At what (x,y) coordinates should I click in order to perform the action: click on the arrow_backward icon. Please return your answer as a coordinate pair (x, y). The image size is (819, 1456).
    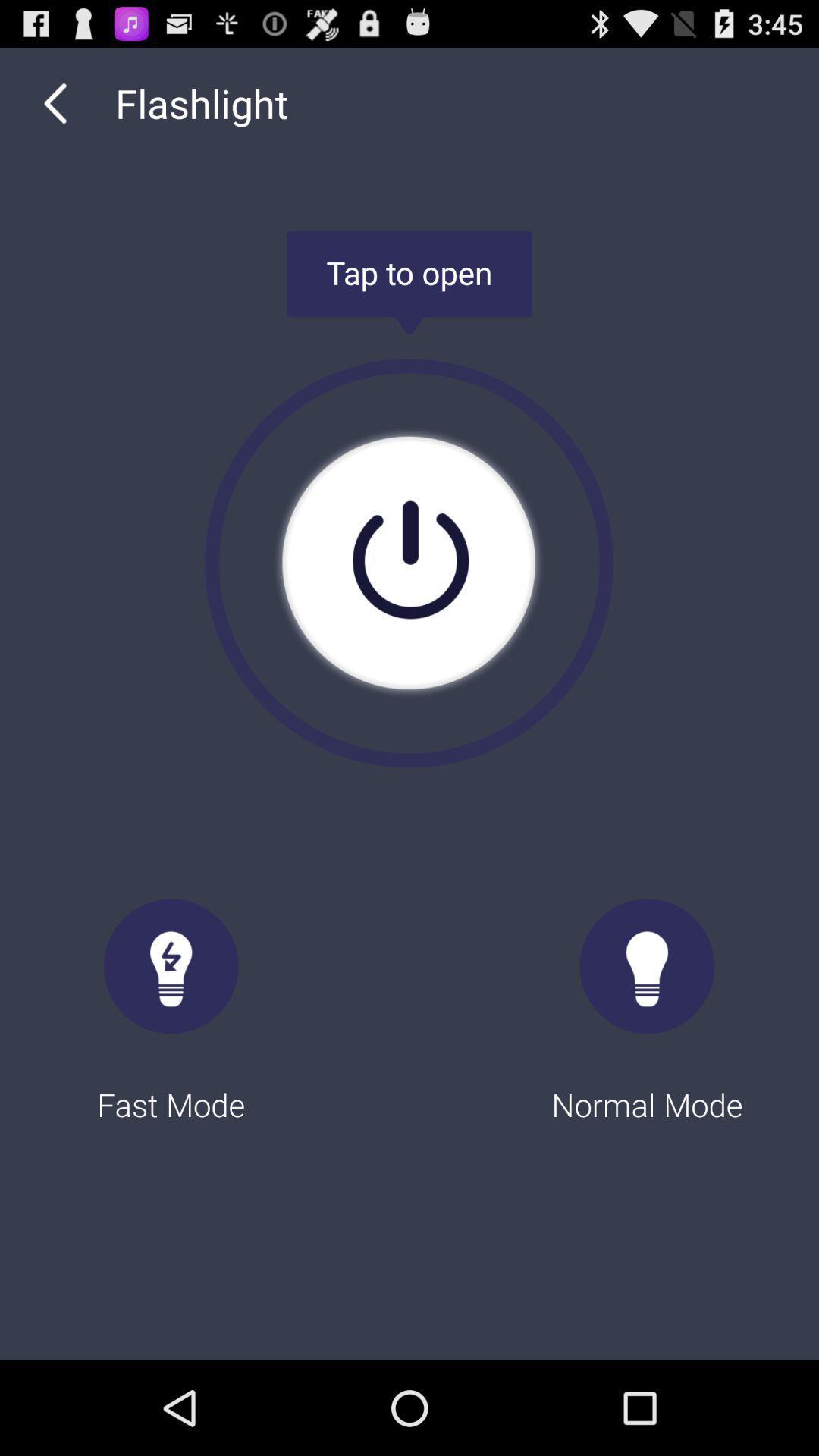
    Looking at the image, I should click on (55, 110).